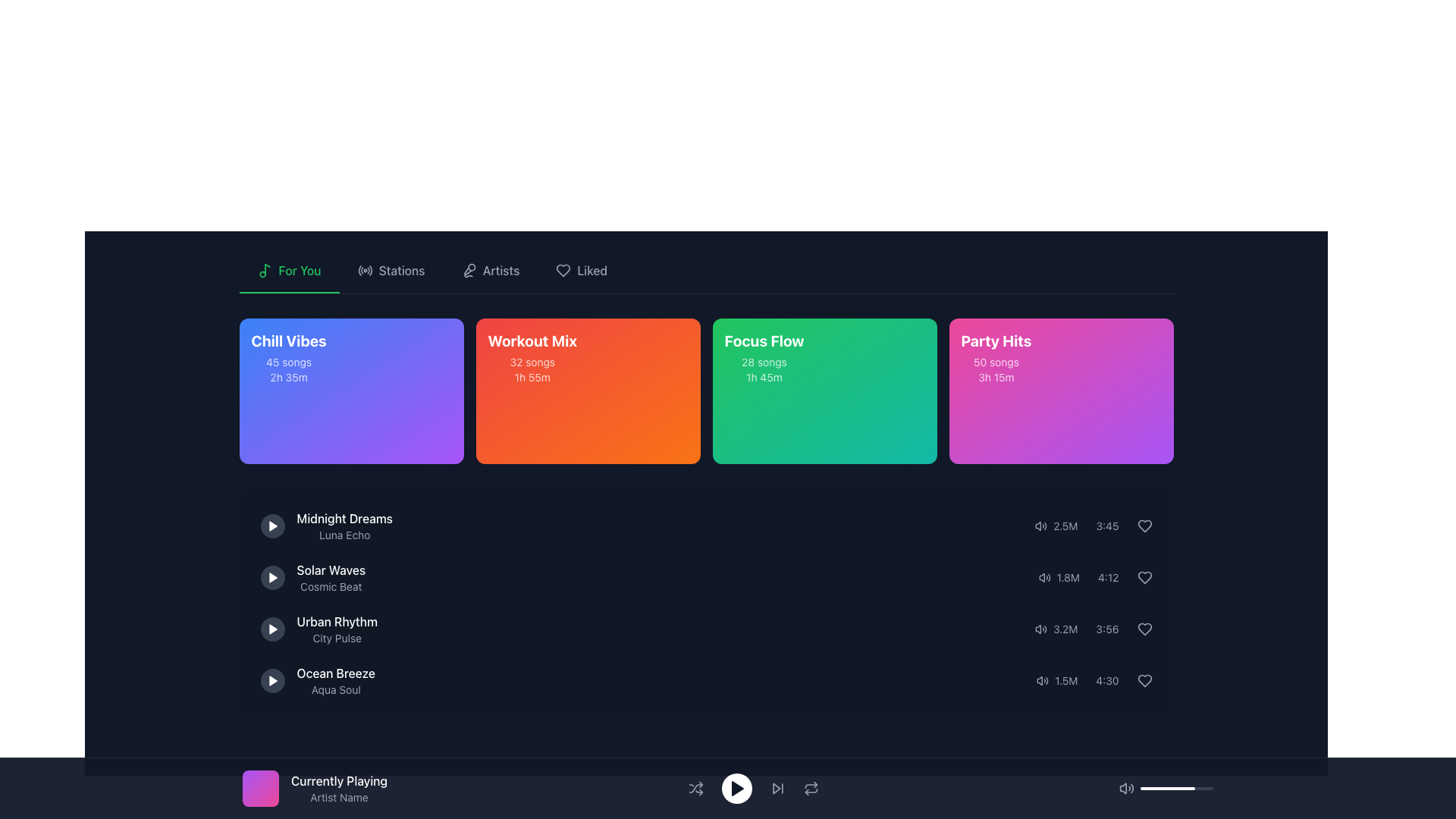 The height and width of the screenshot is (819, 1456). I want to click on the static text element that identifies the currently playing track, located at the bottom-left of the interface, above the 'Artist Name' text, so click(338, 780).